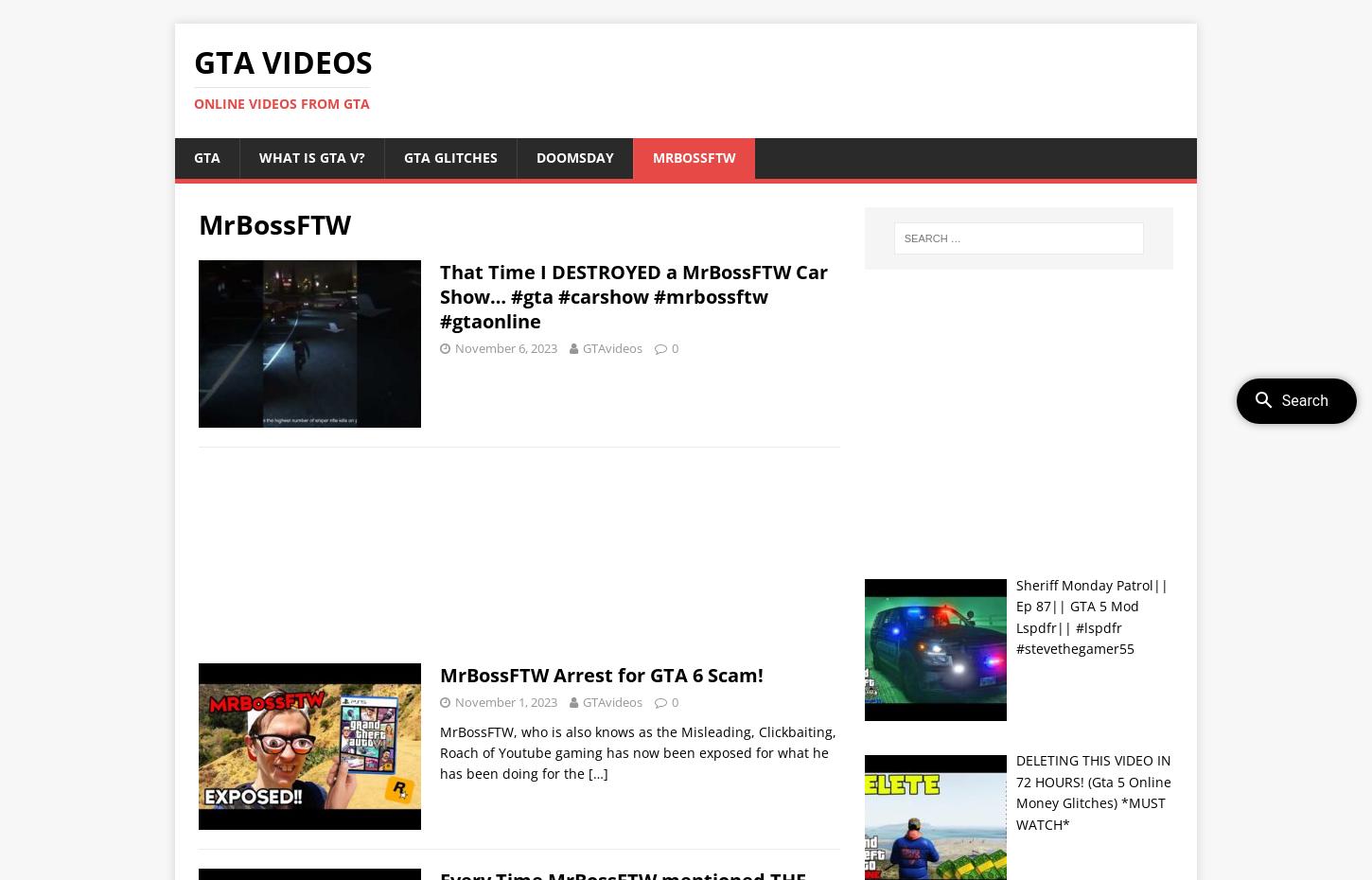  What do you see at coordinates (506, 701) in the screenshot?
I see `'November 1, 2023'` at bounding box center [506, 701].